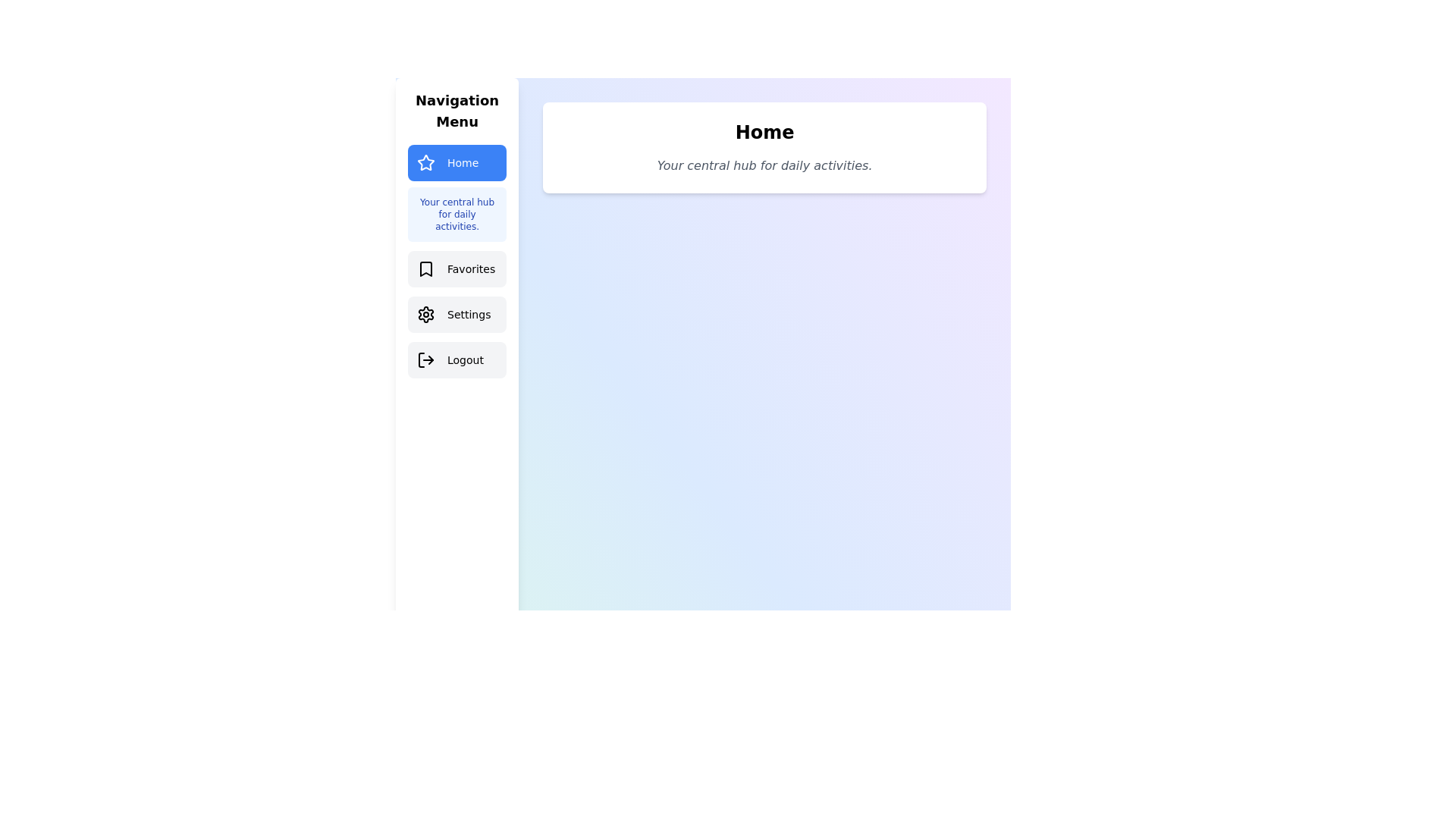  I want to click on the Settings tab from the navigation menu, so click(457, 314).